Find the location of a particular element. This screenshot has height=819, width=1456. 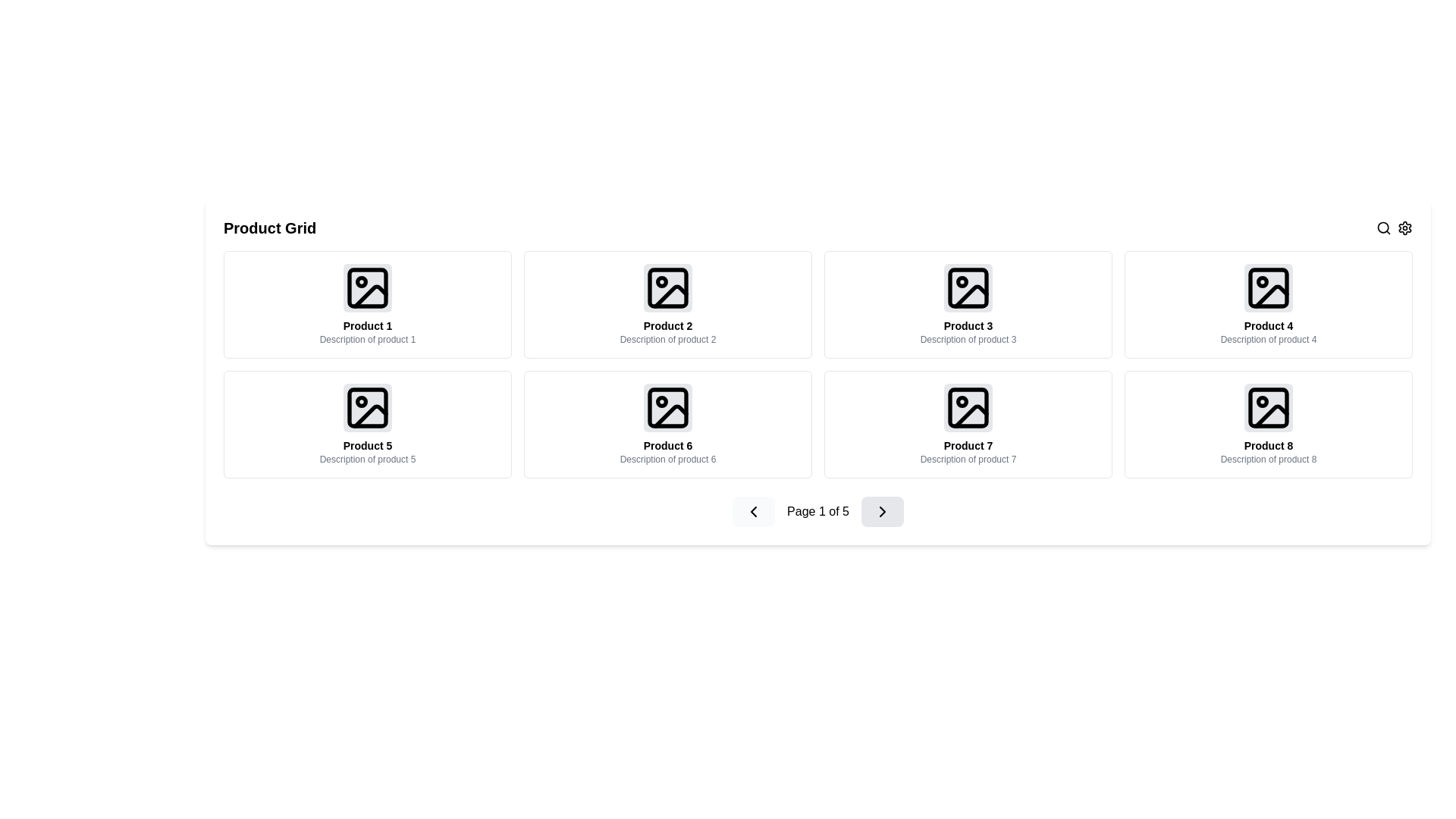

the static text displaying 'Page 1 of 5', which is centered at the bottom of the view between navigation buttons is located at coordinates (817, 512).